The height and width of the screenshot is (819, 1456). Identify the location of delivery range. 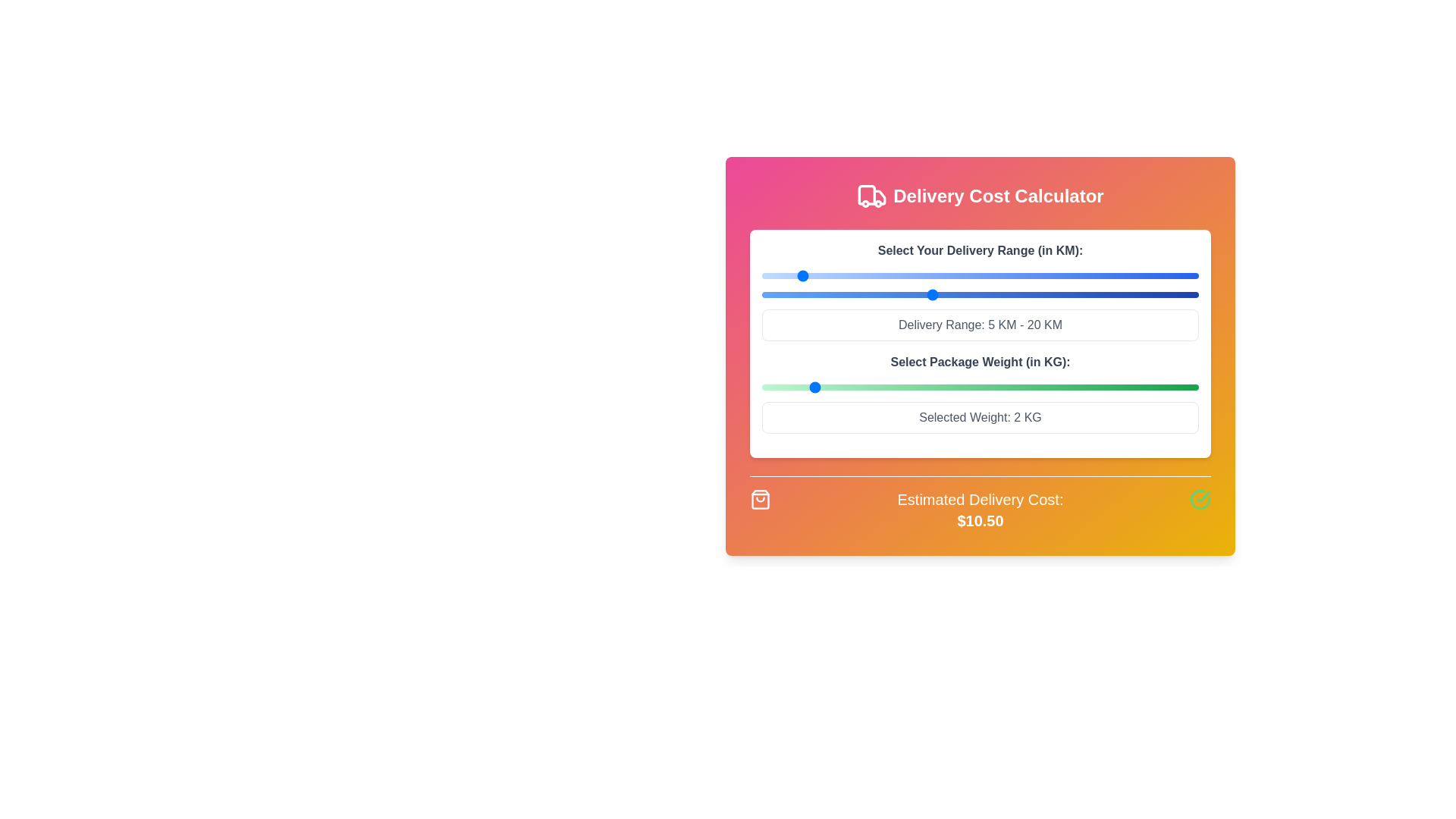
(770, 295).